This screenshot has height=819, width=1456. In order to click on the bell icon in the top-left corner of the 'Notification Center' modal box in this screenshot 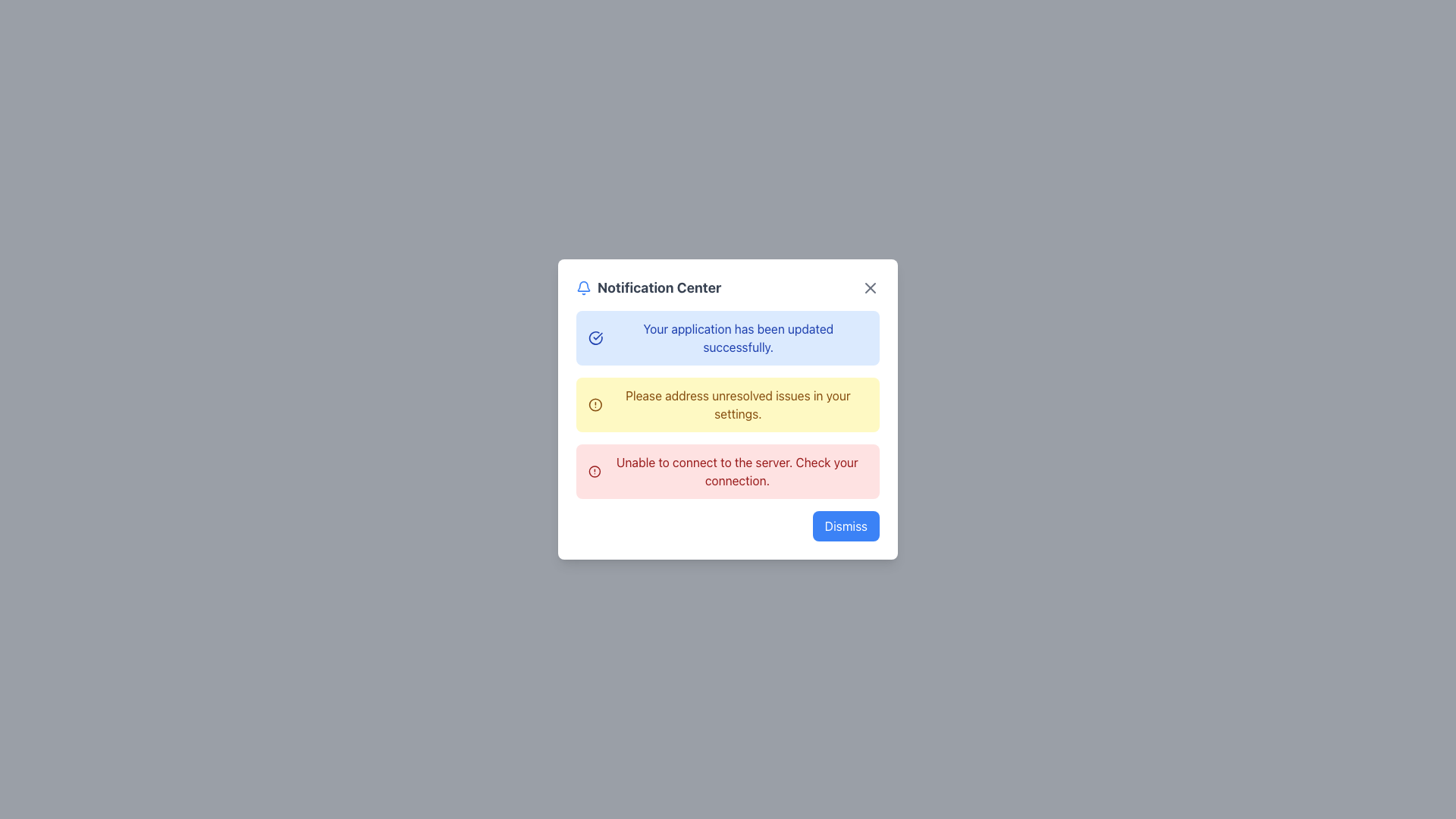, I will do `click(582, 286)`.